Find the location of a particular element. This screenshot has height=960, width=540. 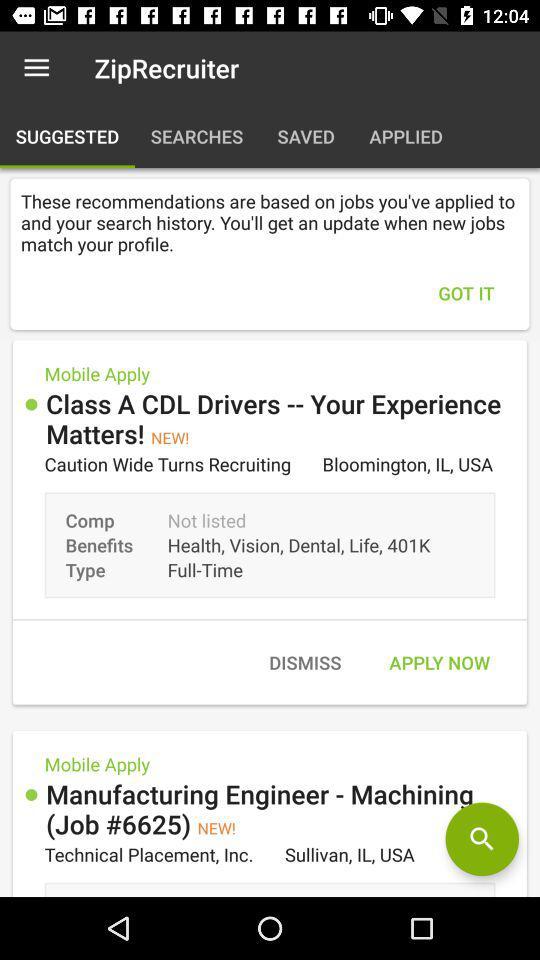

the search icon is located at coordinates (481, 839).